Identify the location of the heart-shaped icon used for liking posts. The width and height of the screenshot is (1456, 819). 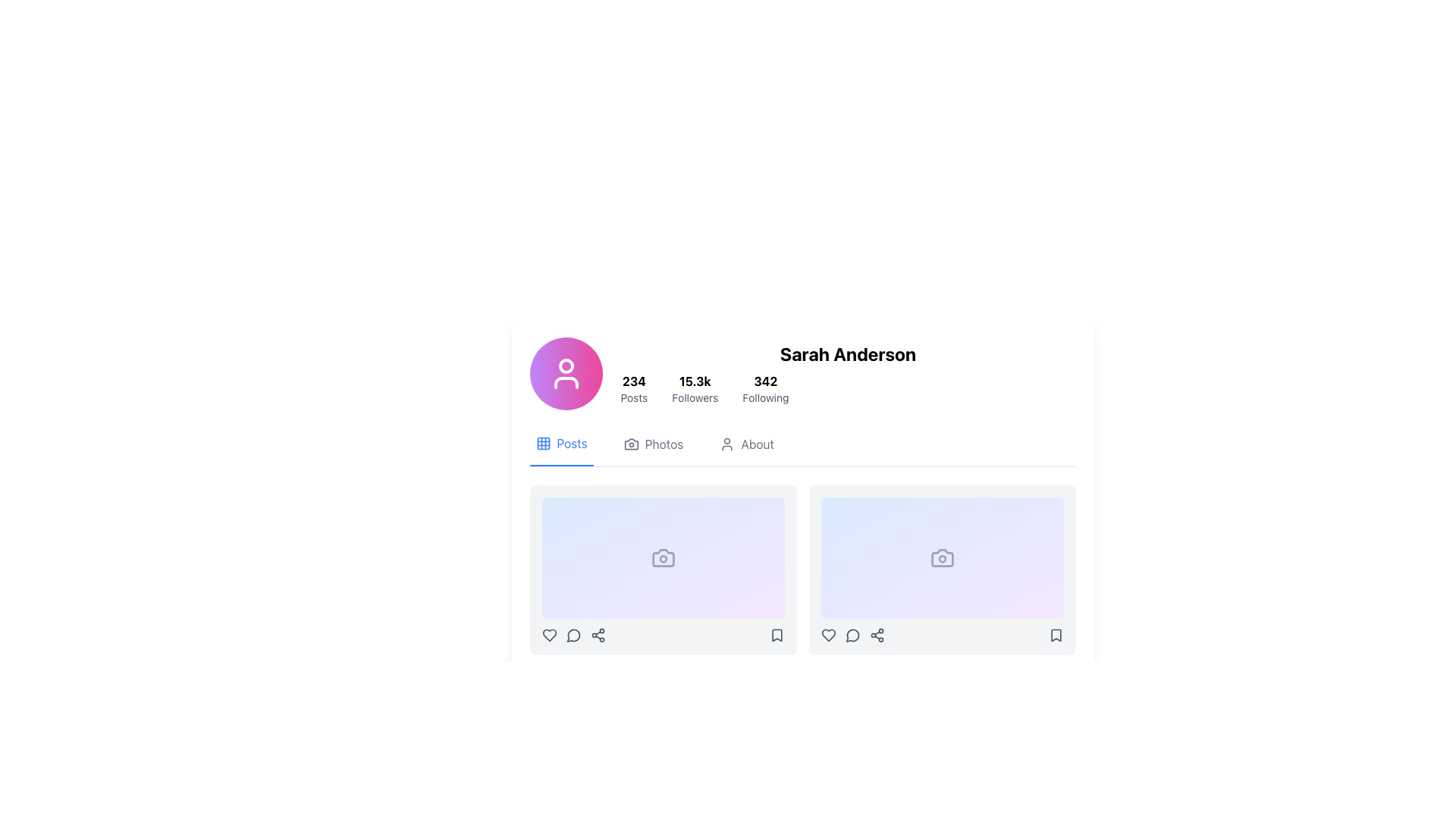
(548, 635).